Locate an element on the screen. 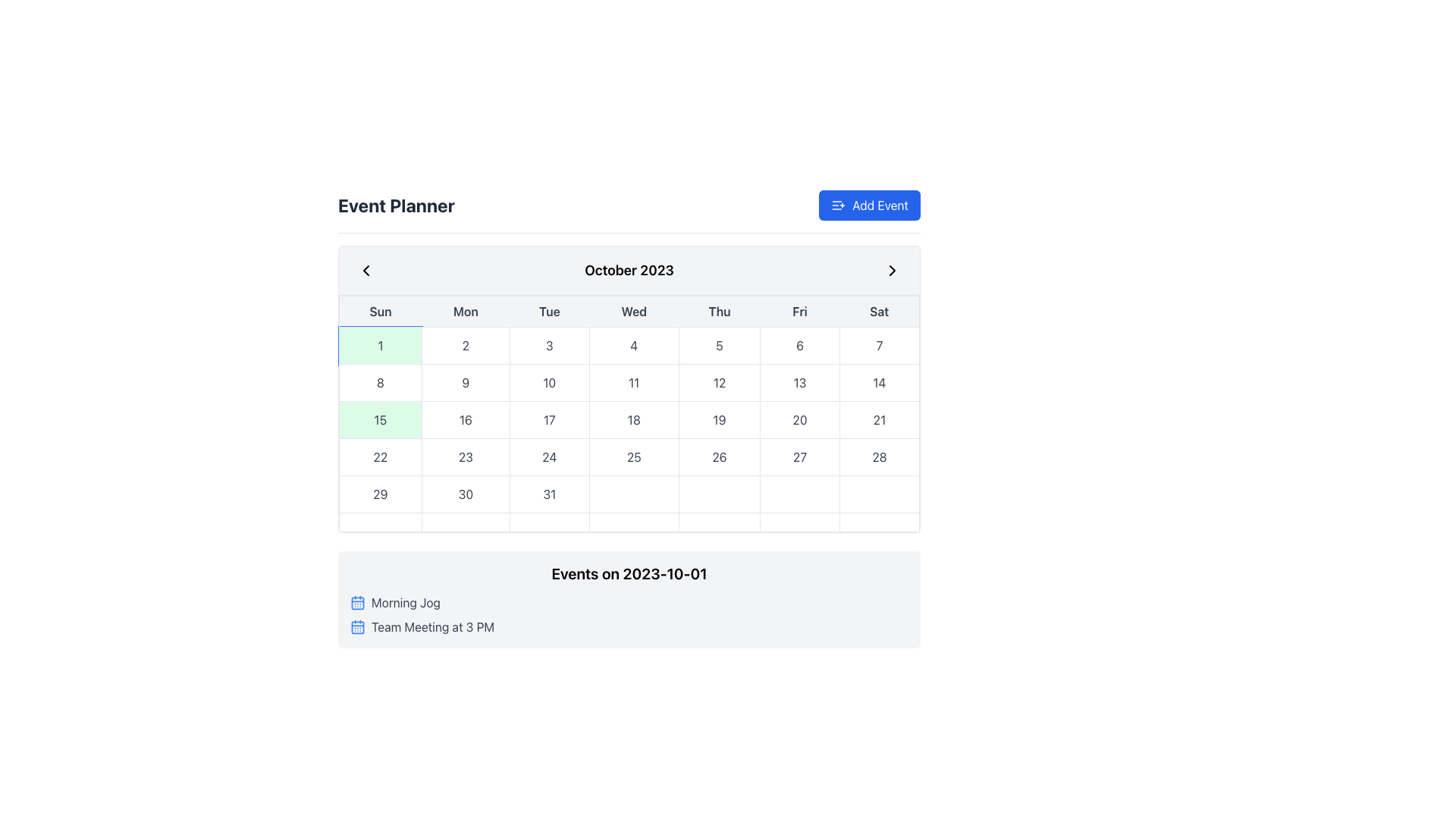  the sixth cell in the last row of the calendar grid, which corresponds to the Friday column is located at coordinates (799, 494).